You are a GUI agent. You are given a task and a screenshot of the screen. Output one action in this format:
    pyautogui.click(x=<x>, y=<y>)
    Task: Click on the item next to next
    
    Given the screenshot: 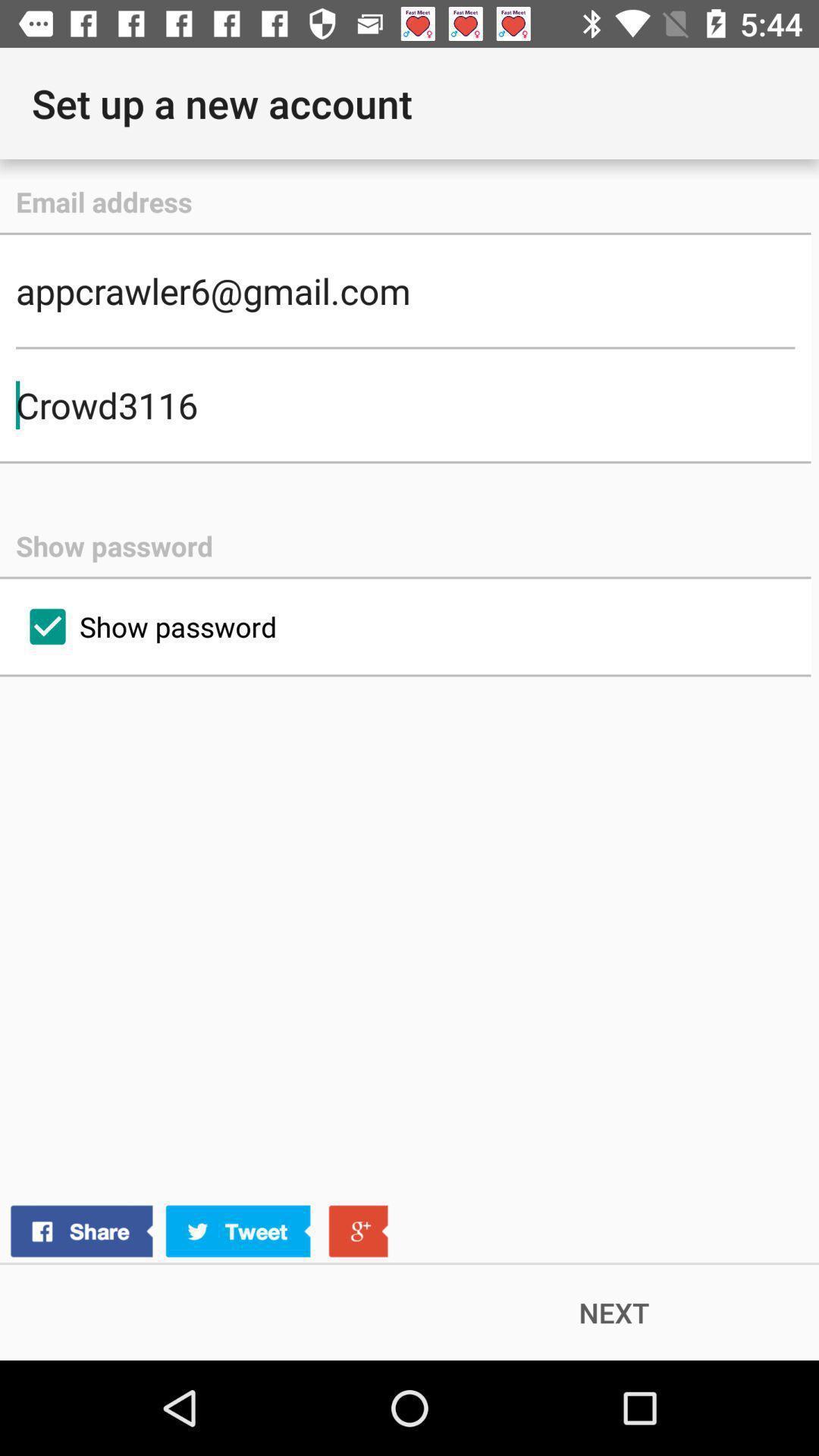 What is the action you would take?
    pyautogui.click(x=198, y=1232)
    